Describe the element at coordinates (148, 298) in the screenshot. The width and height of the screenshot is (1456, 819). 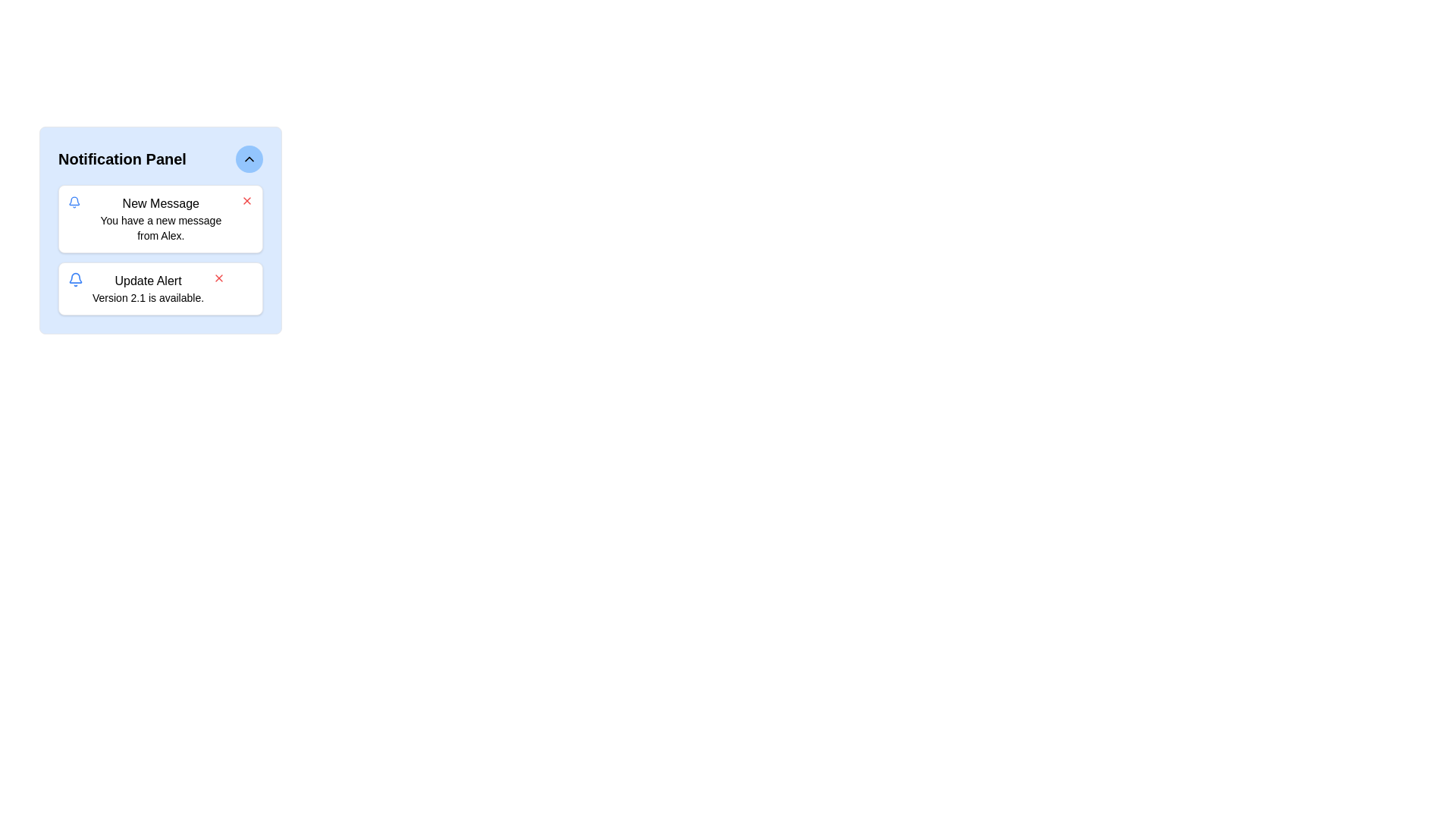
I see `the text label displaying 'Version 2.1 is available.' located within the 'Update Alert' notification entry` at that location.